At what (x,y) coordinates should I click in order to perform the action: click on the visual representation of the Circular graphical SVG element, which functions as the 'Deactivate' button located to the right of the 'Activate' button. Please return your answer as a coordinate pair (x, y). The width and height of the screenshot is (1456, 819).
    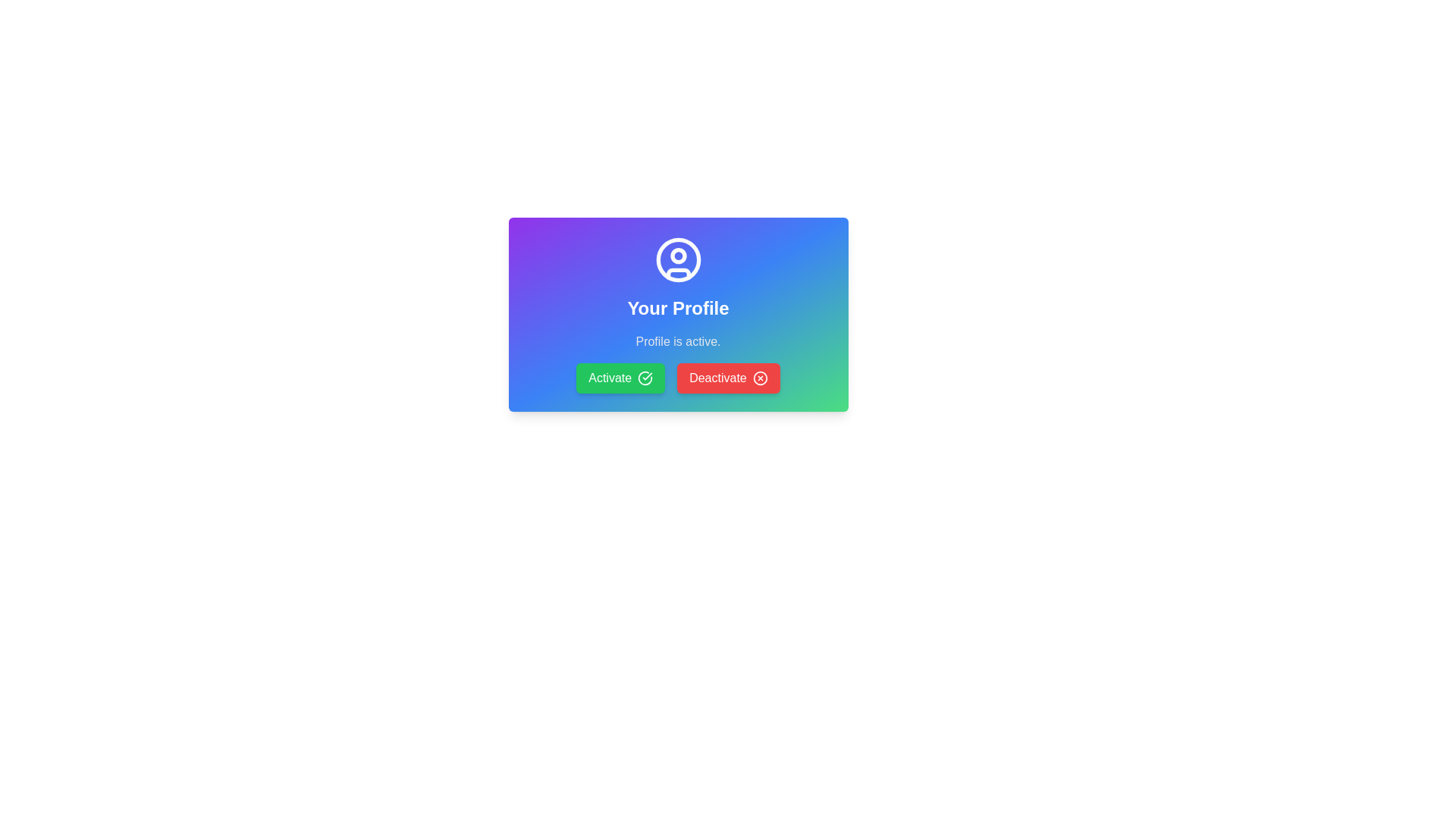
    Looking at the image, I should click on (760, 377).